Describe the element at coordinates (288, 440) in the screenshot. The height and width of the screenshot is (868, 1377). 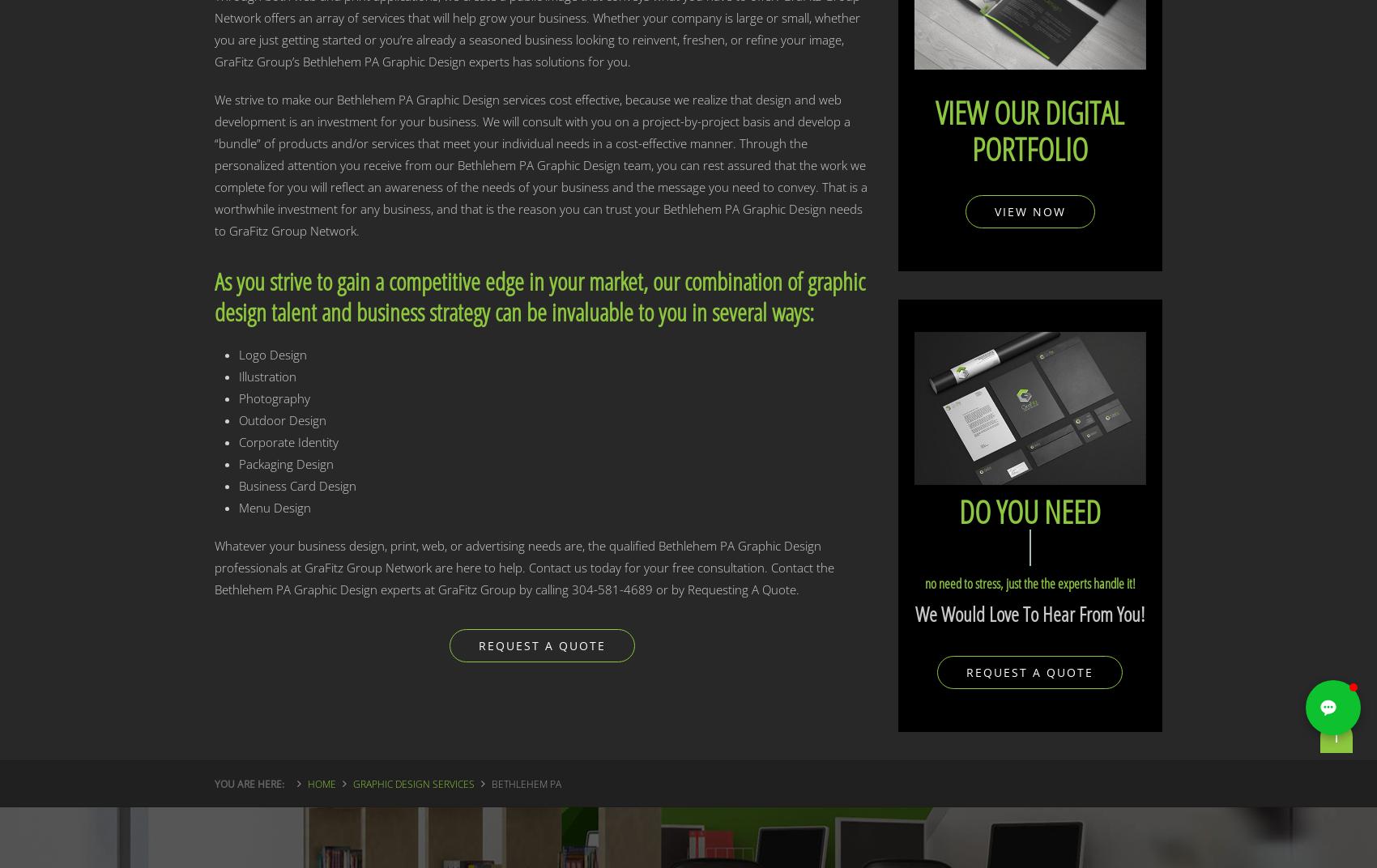
I see `'Corporate Identity'` at that location.